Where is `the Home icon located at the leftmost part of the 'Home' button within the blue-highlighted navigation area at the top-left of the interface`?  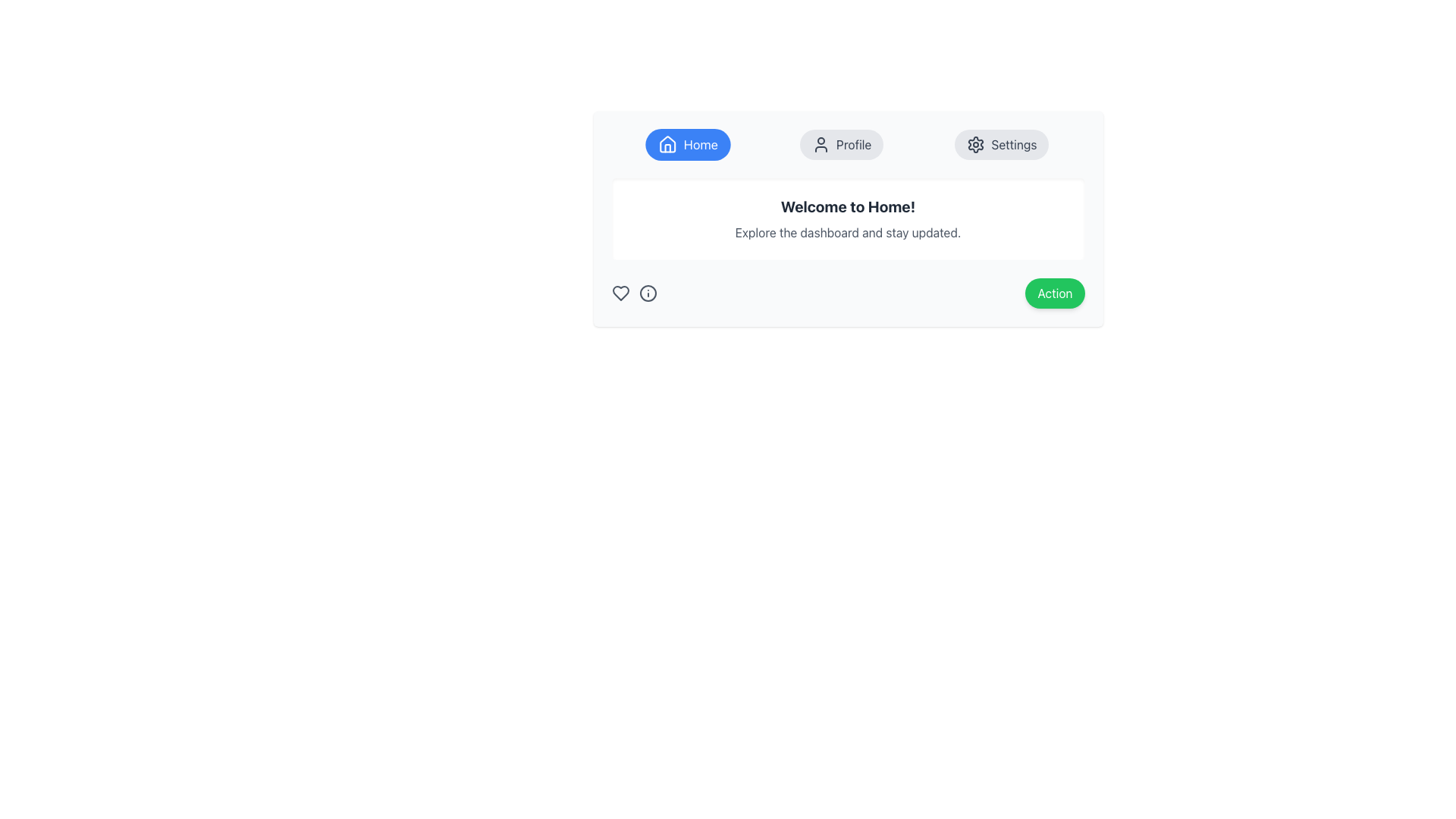
the Home icon located at the leftmost part of the 'Home' button within the blue-highlighted navigation area at the top-left of the interface is located at coordinates (667, 145).